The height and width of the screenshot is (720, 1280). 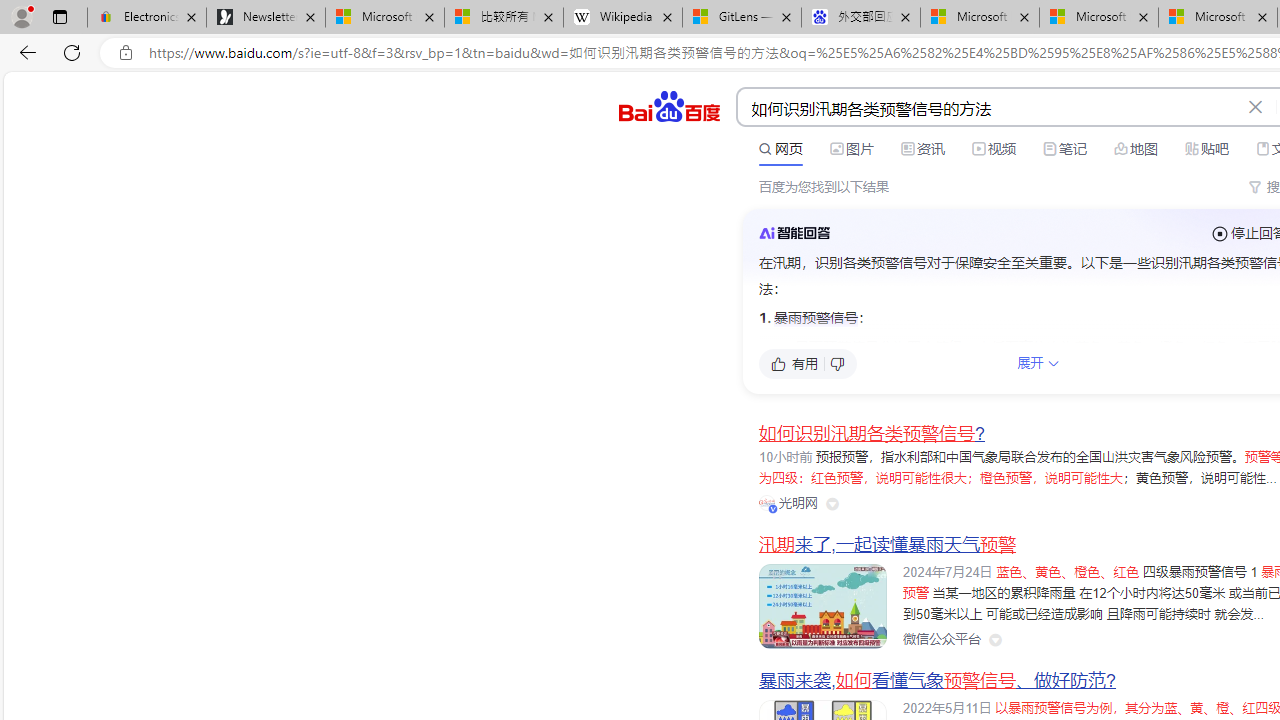 What do you see at coordinates (146, 17) in the screenshot?
I see `'Electronics, Cars, Fashion, Collectibles & More | eBay'` at bounding box center [146, 17].